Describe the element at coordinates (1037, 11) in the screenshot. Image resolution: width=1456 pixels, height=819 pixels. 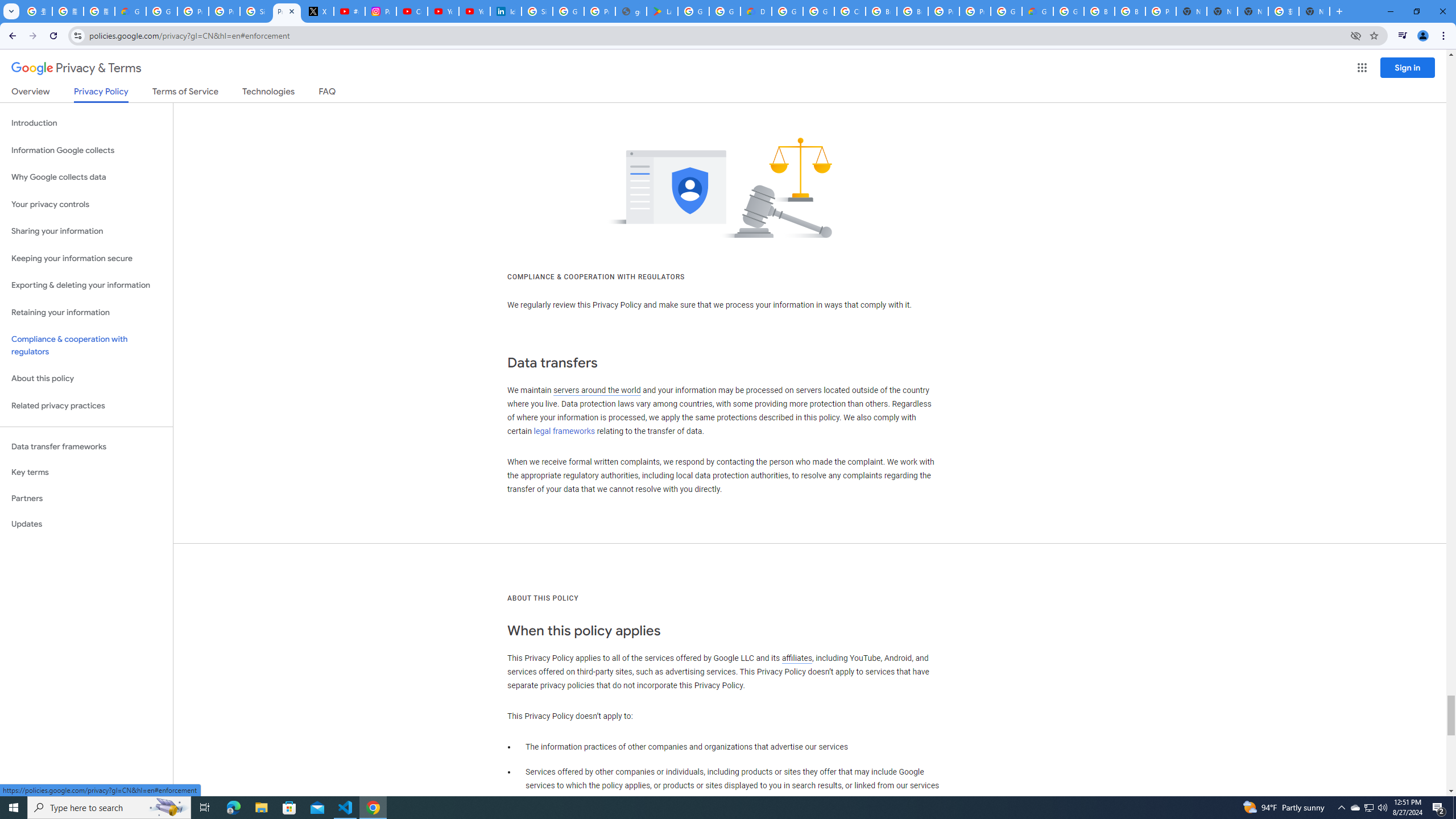
I see `'Google Cloud Estimate Summary'` at that location.